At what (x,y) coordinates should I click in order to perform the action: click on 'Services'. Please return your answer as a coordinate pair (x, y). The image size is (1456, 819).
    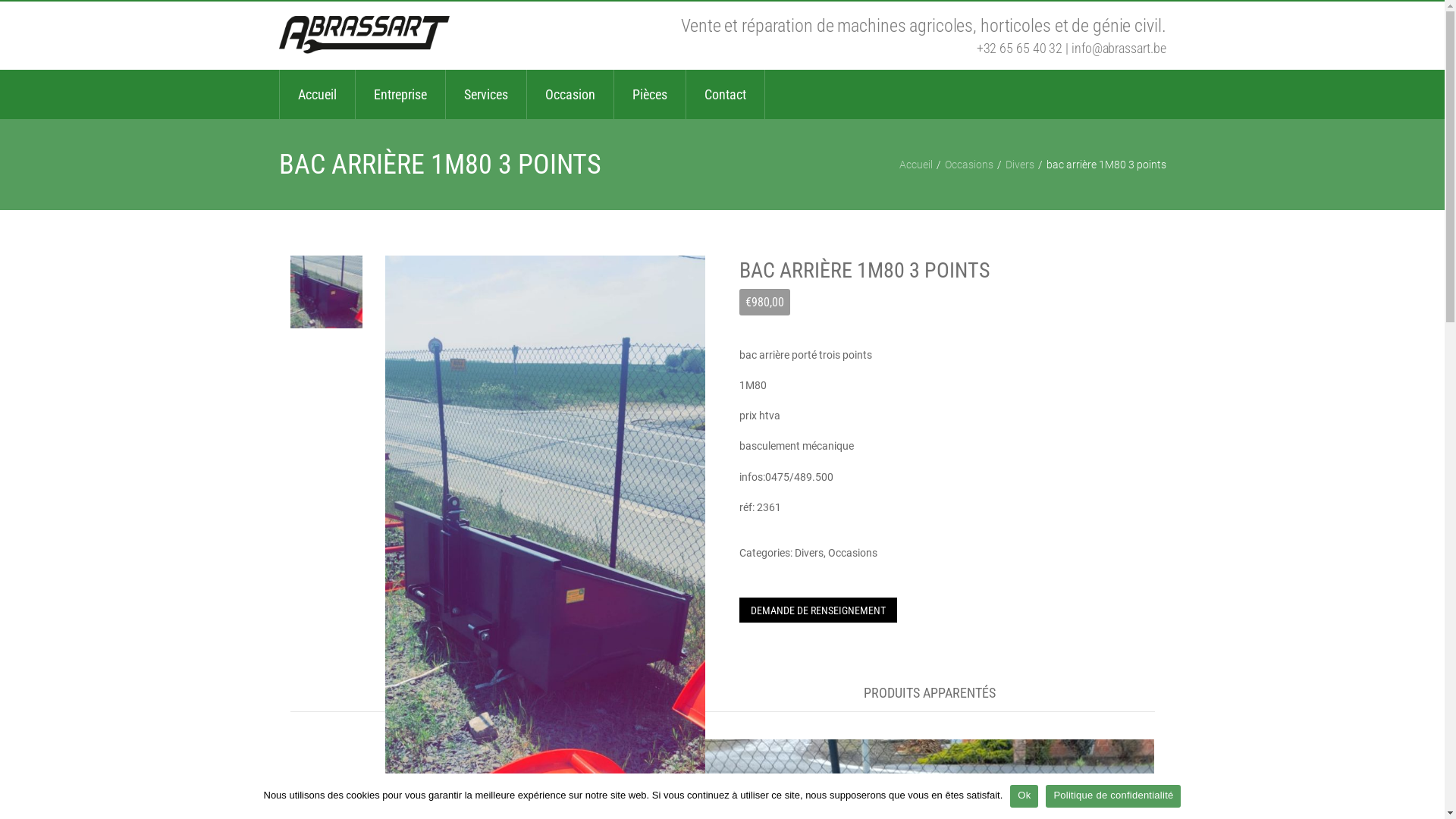
    Looking at the image, I should click on (445, 94).